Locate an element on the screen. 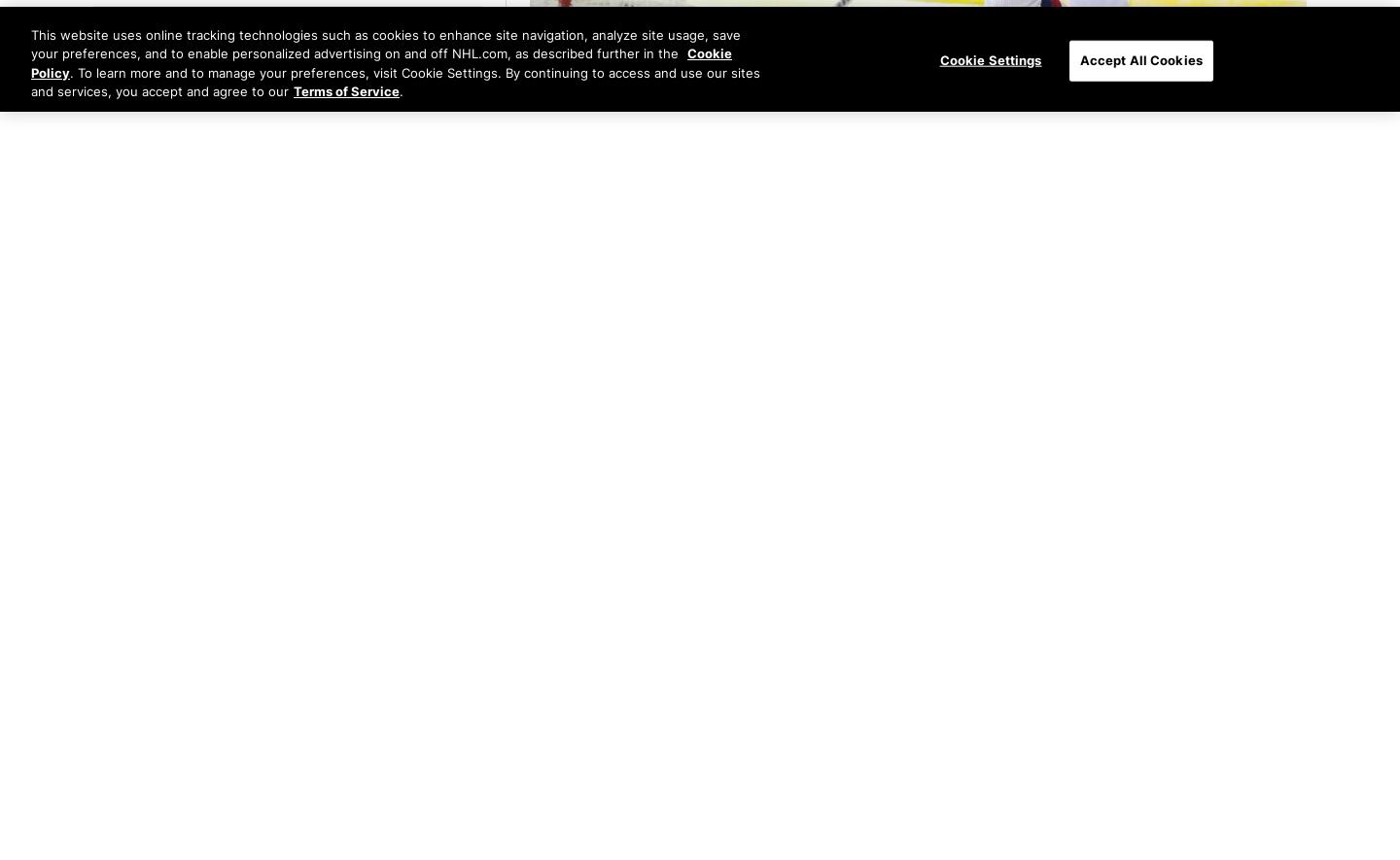 This screenshot has width=1400, height=860. 'Nov 14, 2023' is located at coordinates (230, 676).